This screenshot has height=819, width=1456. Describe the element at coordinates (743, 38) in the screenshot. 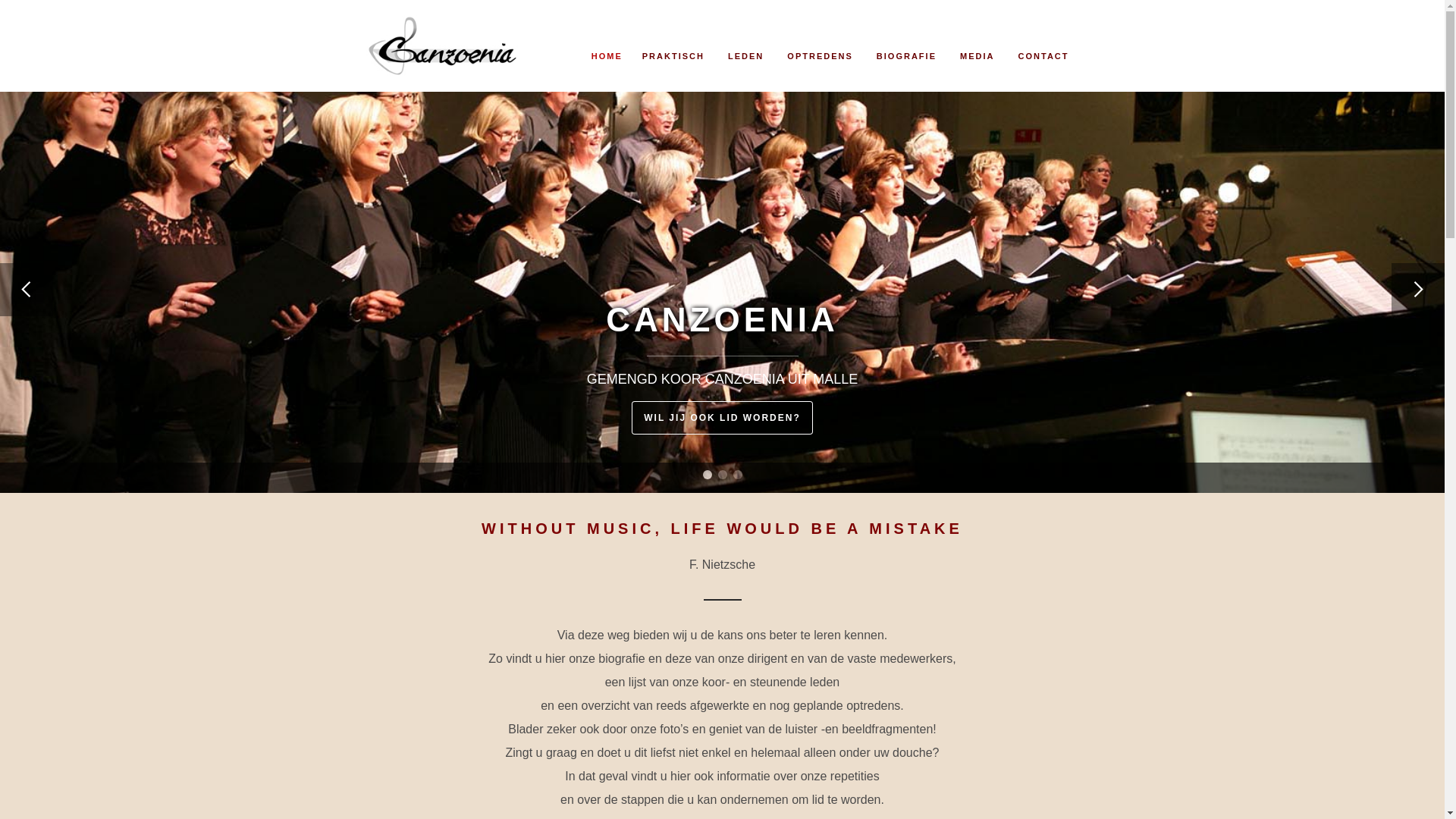

I see `' LEDEN'` at that location.